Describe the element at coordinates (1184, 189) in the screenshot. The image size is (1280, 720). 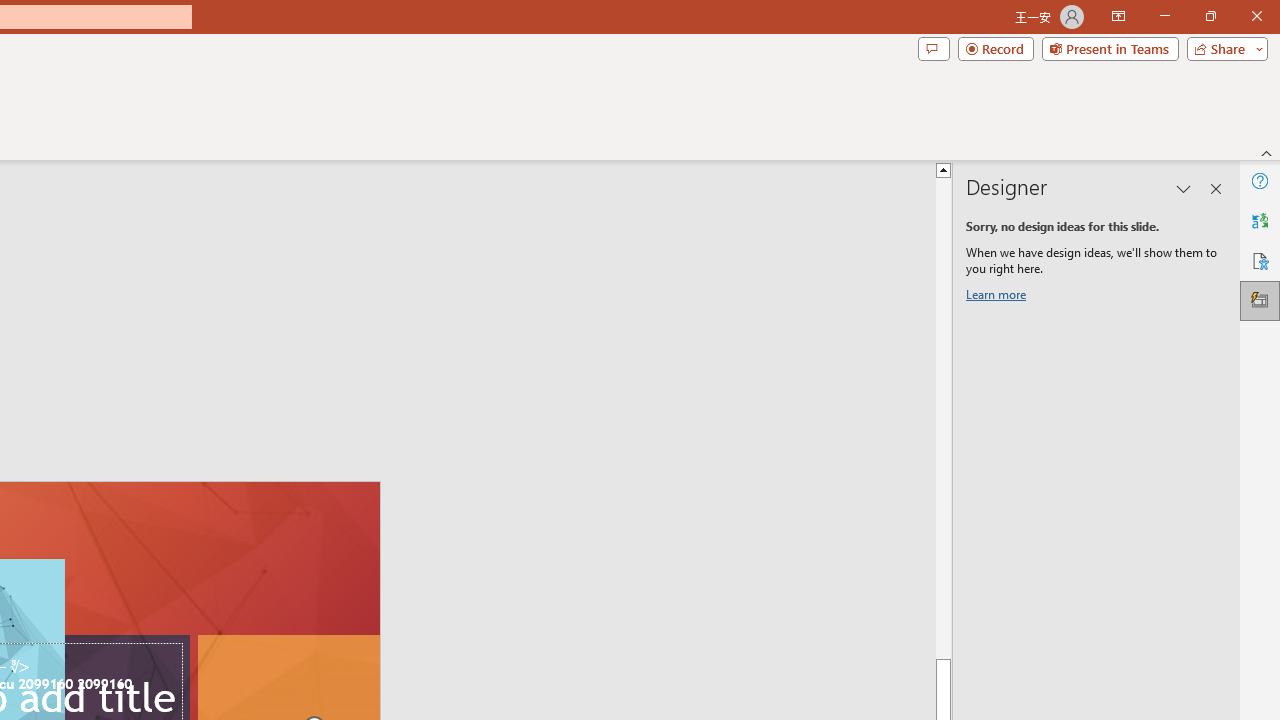
I see `'Task Pane Options'` at that location.